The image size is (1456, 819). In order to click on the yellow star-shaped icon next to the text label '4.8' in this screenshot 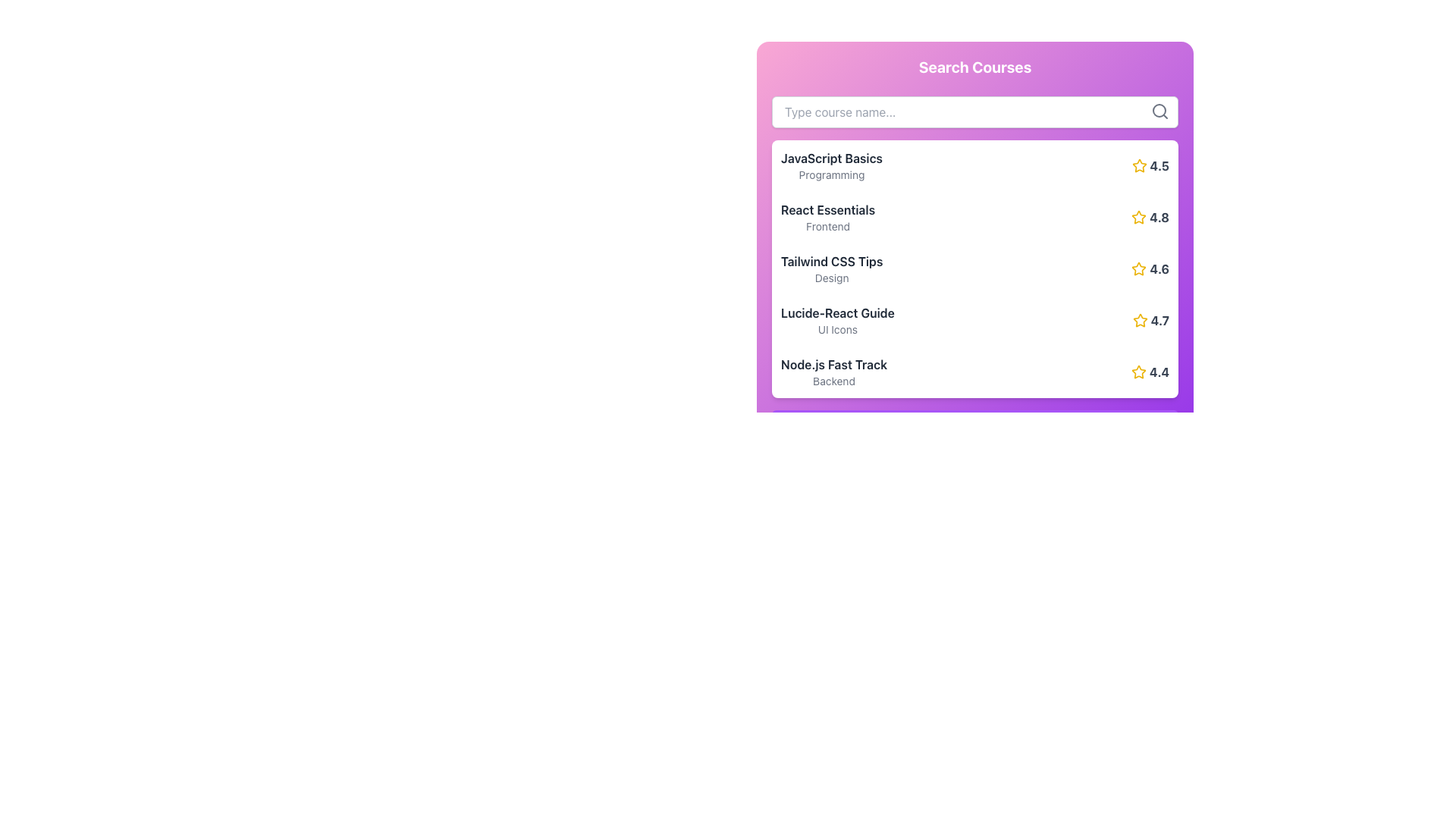, I will do `click(1139, 217)`.